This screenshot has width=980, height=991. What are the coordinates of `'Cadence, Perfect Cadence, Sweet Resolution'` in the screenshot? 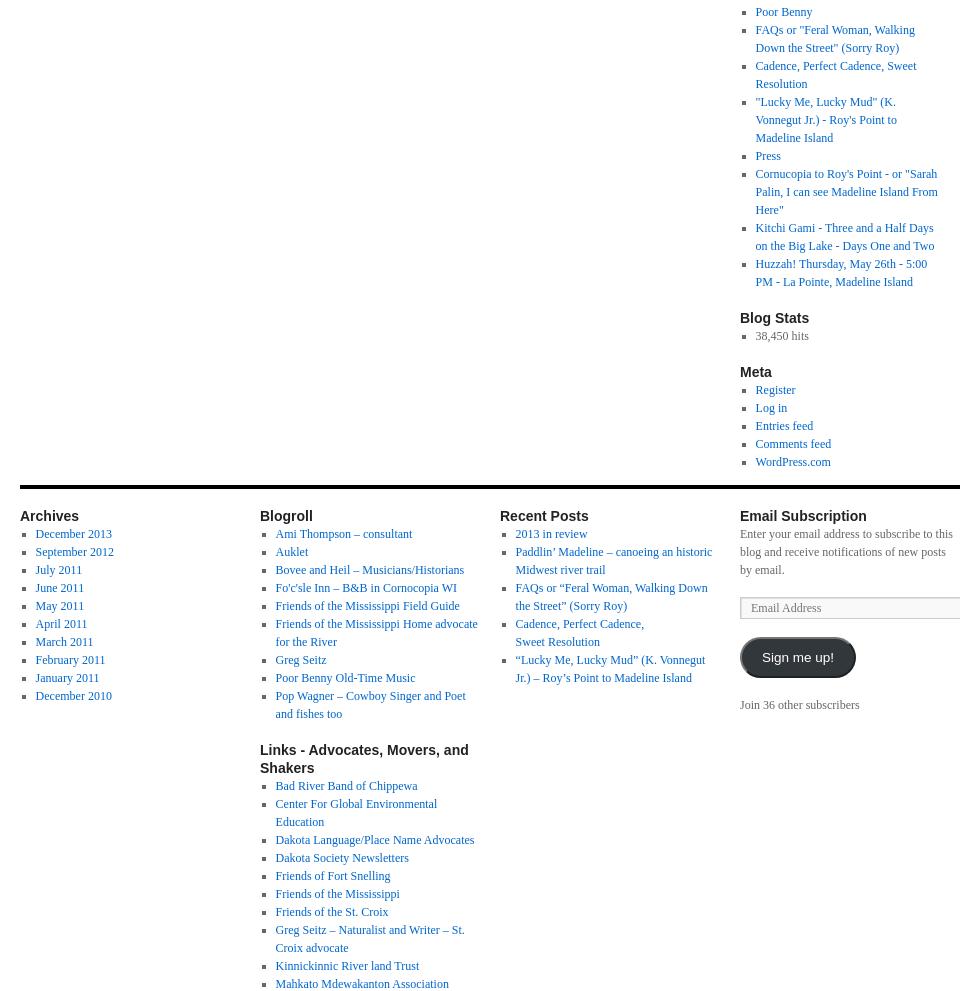 It's located at (835, 75).